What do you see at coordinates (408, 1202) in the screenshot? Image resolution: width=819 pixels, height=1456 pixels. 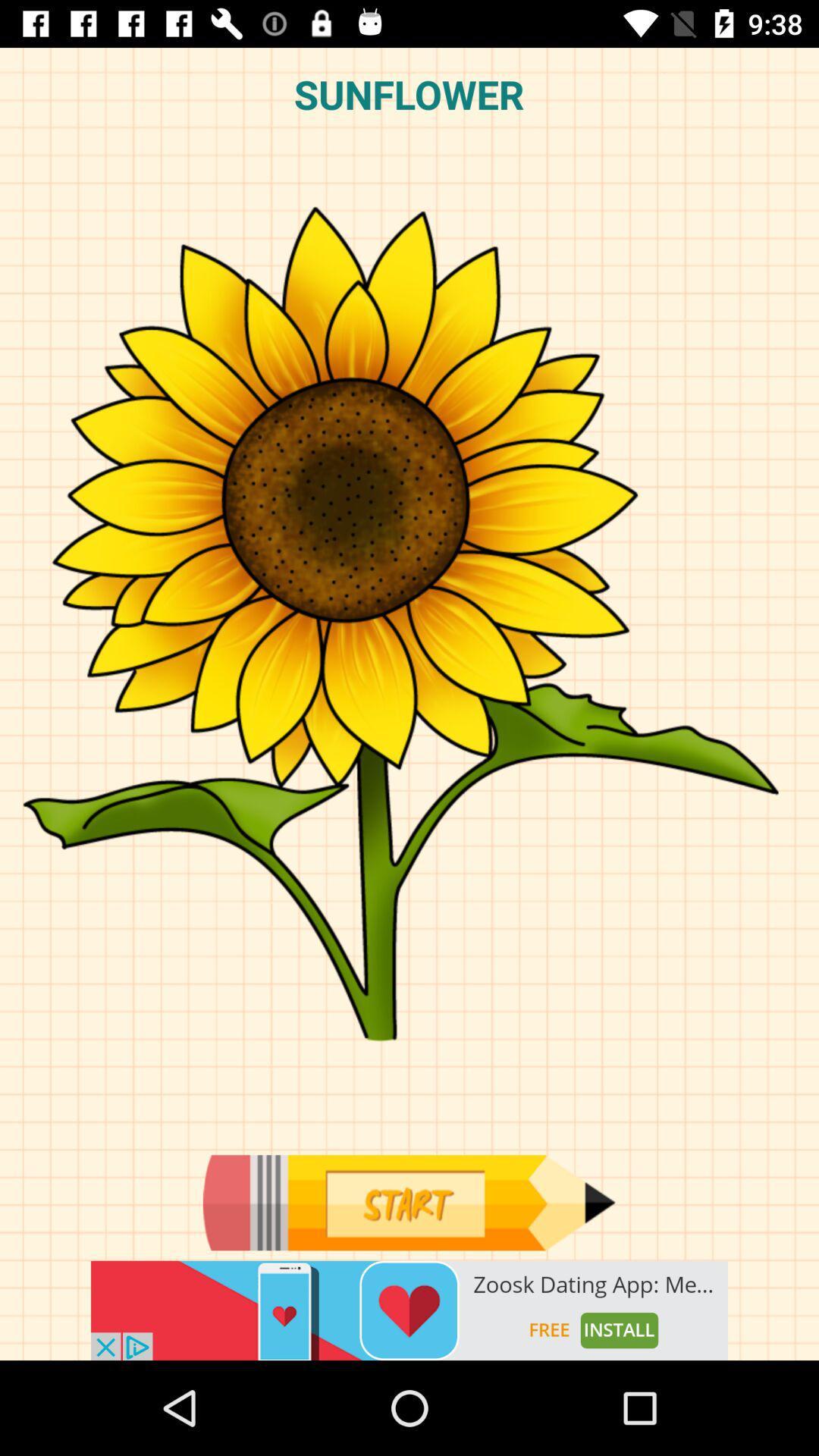 I see `start` at bounding box center [408, 1202].